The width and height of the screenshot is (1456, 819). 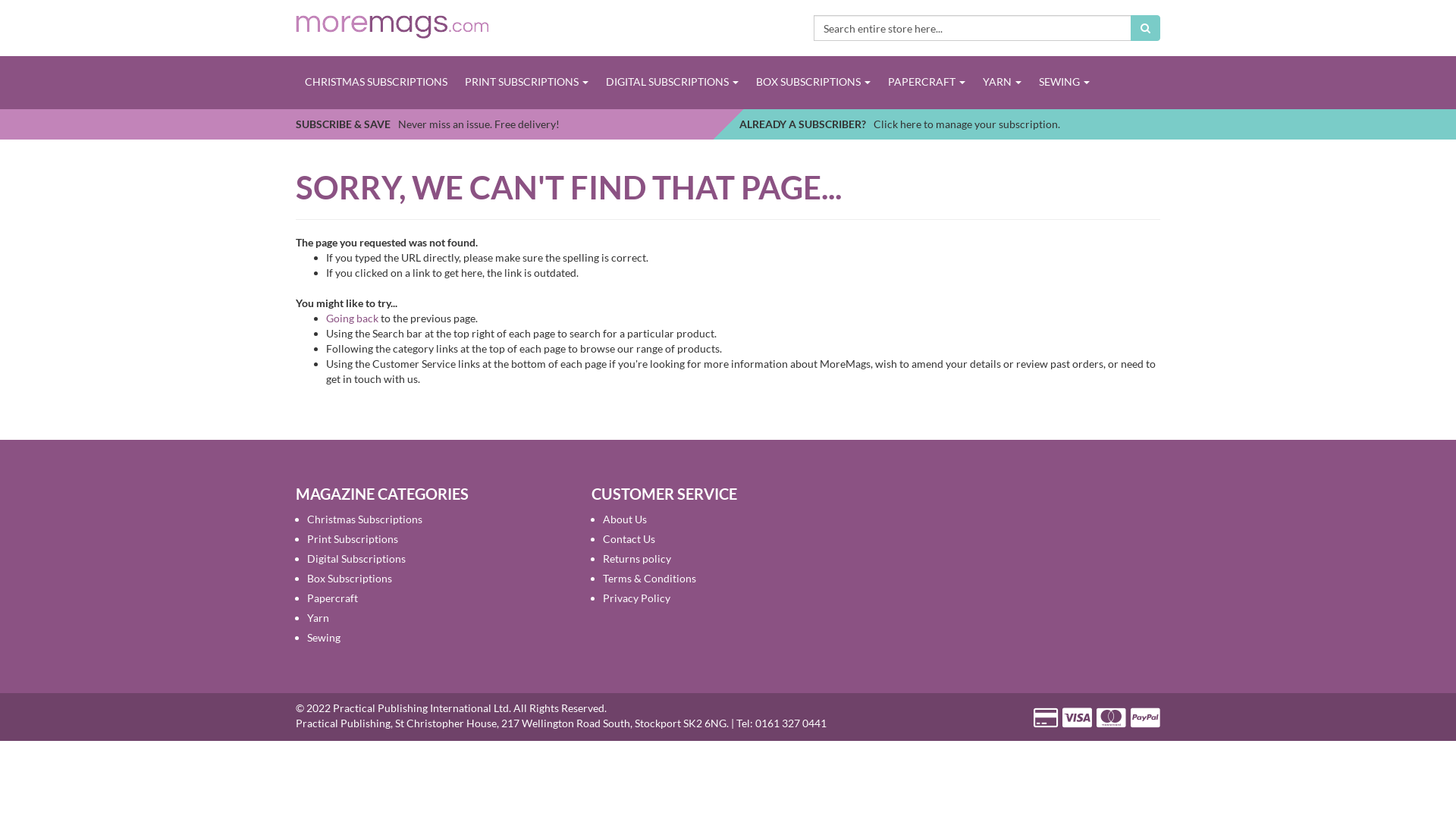 What do you see at coordinates (811, 82) in the screenshot?
I see `'BOX SUBSCRIPTIONS'` at bounding box center [811, 82].